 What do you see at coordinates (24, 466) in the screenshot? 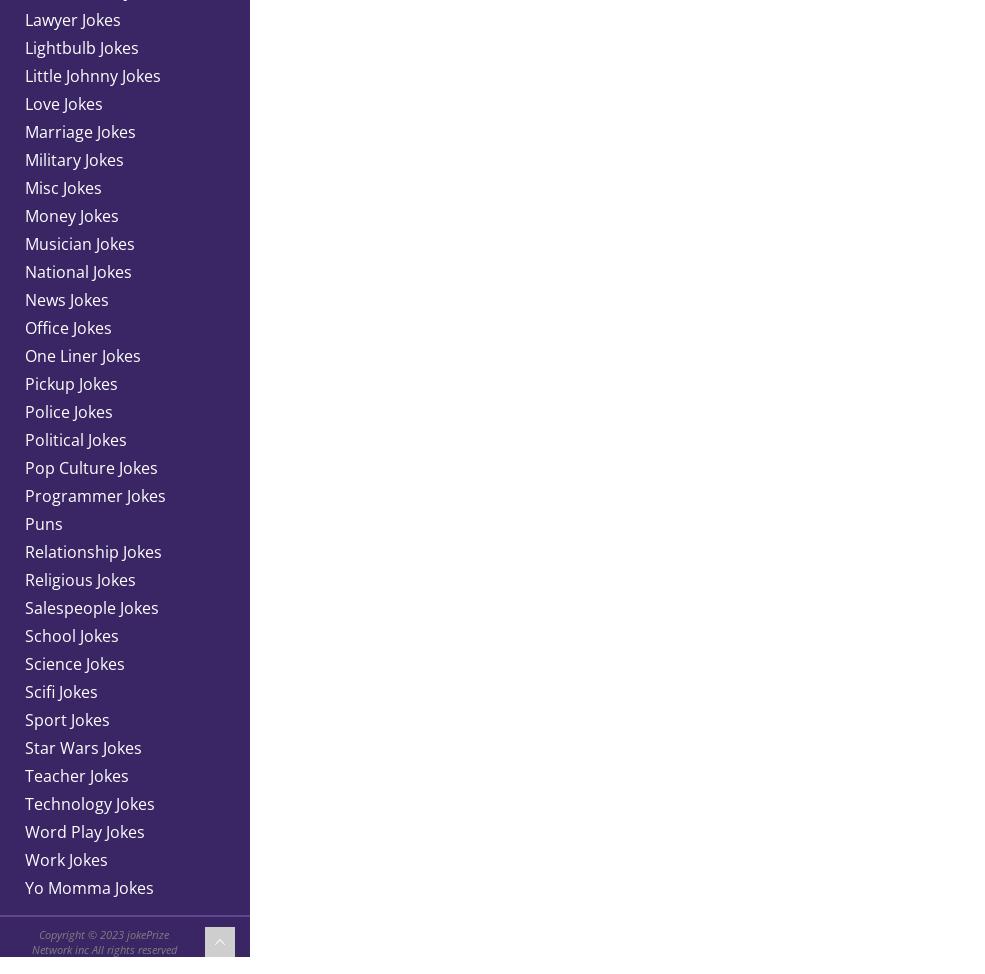
I see `'Pop Culture Jokes'` at bounding box center [24, 466].